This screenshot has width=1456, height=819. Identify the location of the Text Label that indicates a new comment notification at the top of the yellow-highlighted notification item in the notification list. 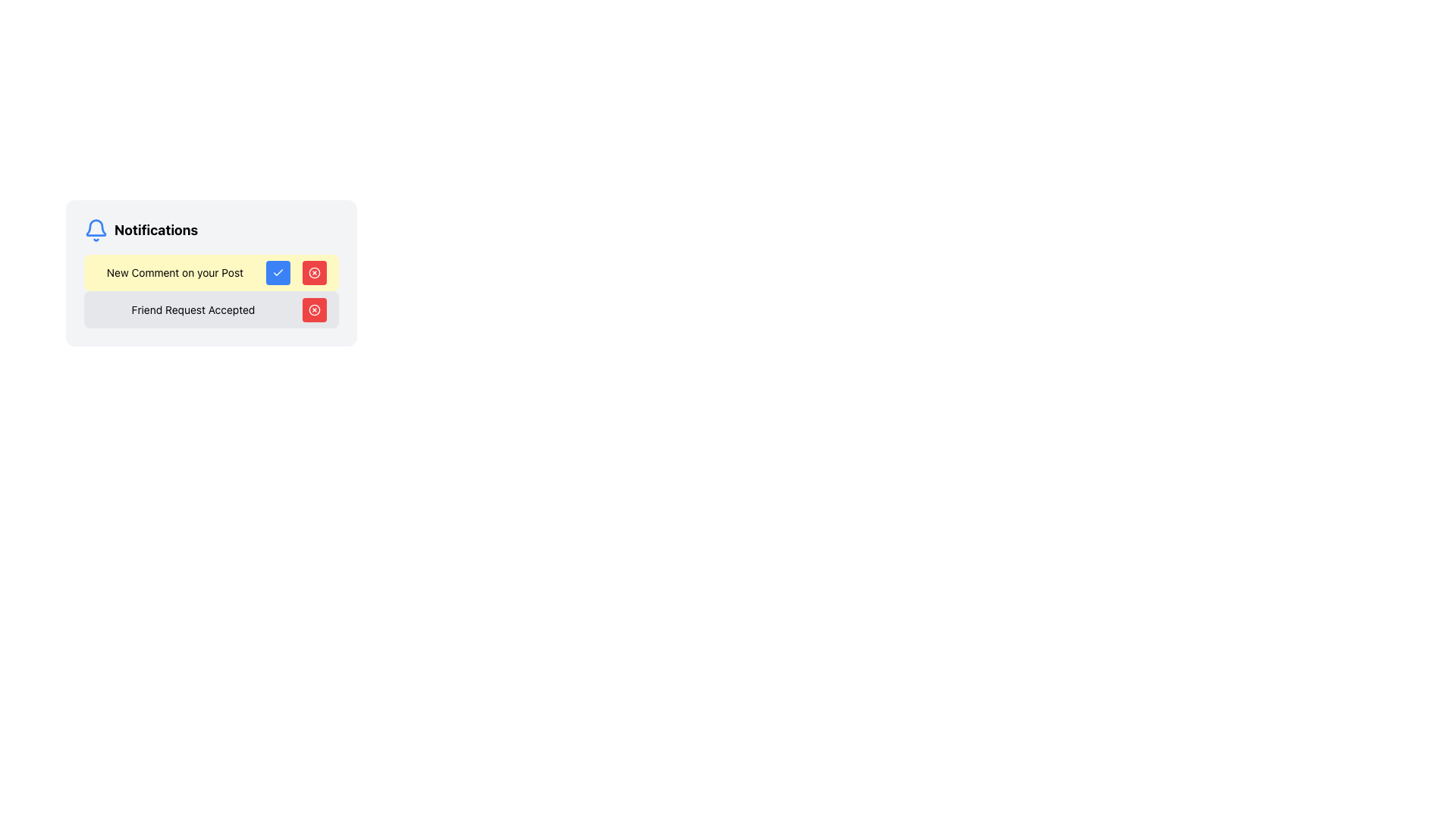
(174, 271).